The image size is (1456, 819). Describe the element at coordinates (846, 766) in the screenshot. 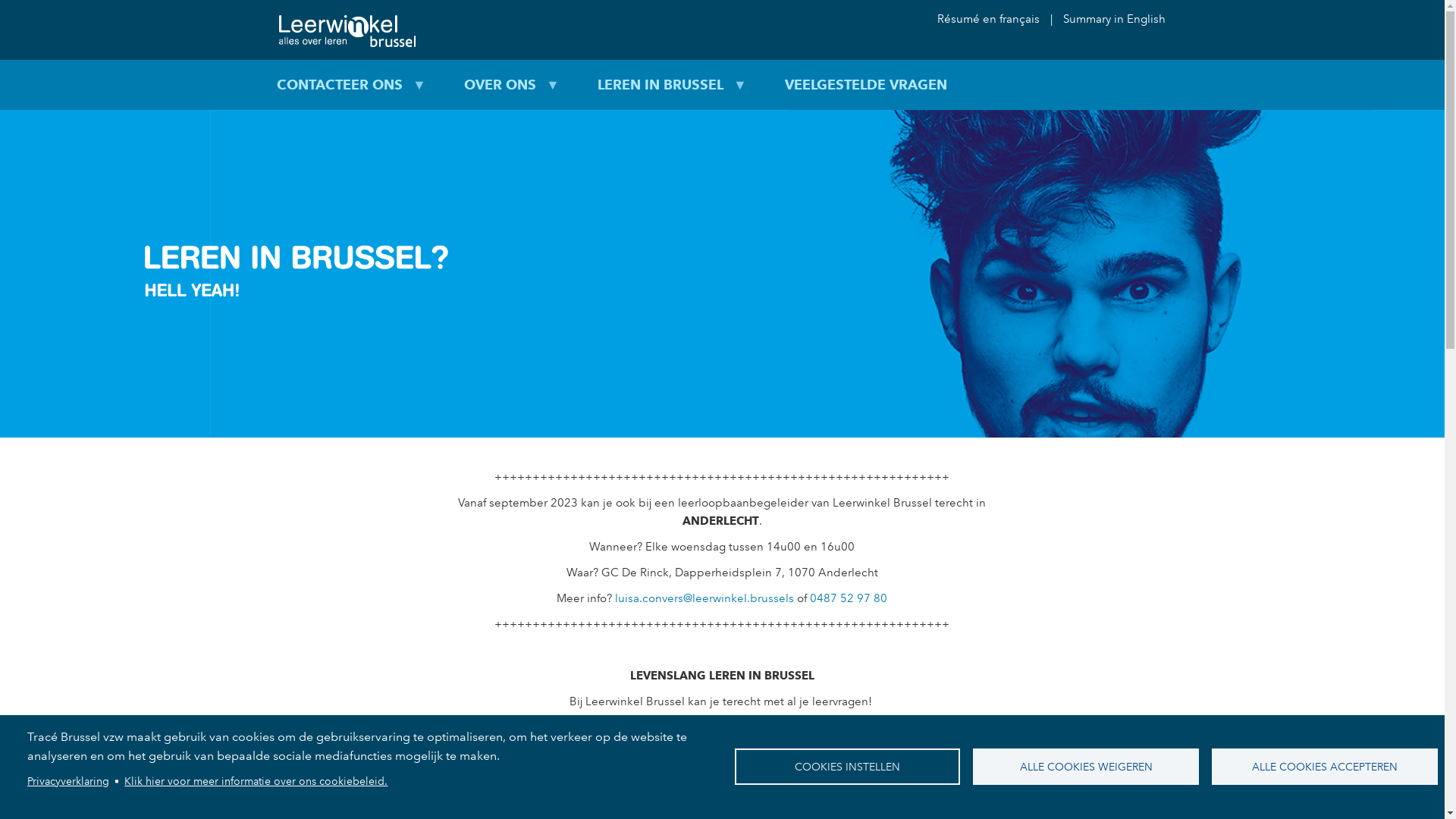

I see `'COOKIES INSTELLEN'` at that location.